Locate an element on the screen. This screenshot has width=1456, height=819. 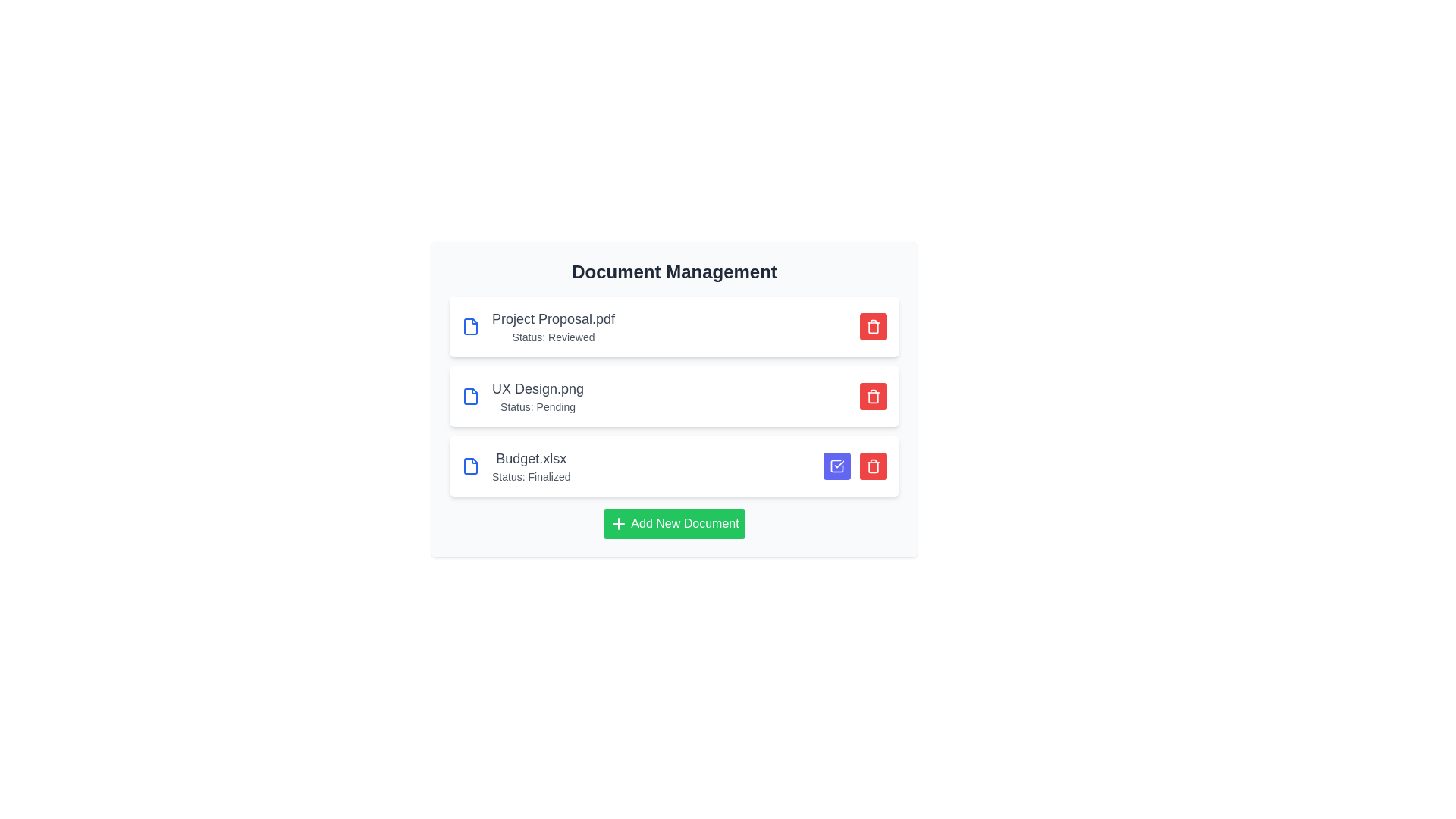
the document name or icon to view its details is located at coordinates (538, 318).